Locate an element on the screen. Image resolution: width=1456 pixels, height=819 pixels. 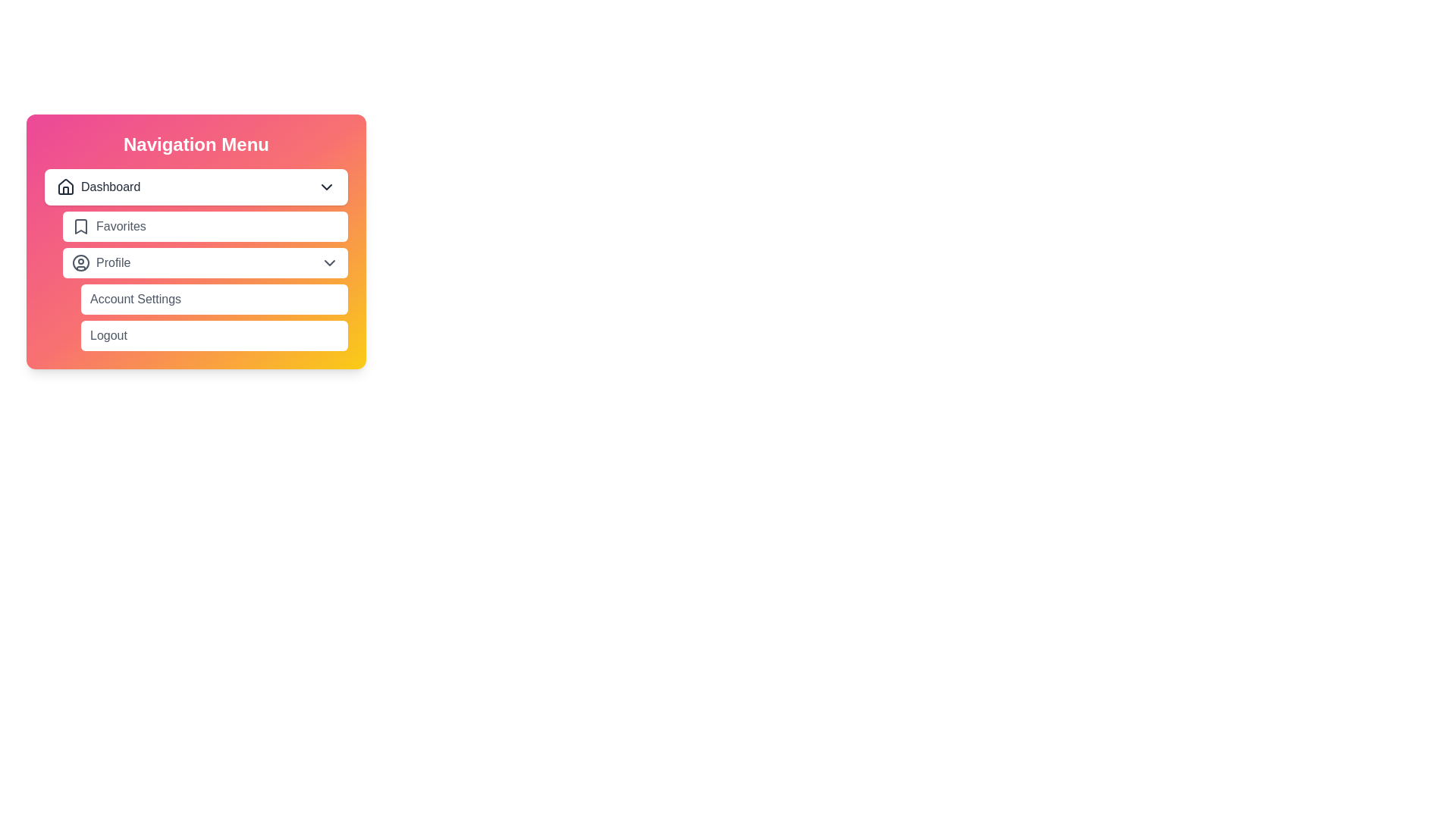
the bookmark icon located within the 'Favorites' menu item in the navigation menu by interacting with its center point is located at coordinates (80, 227).